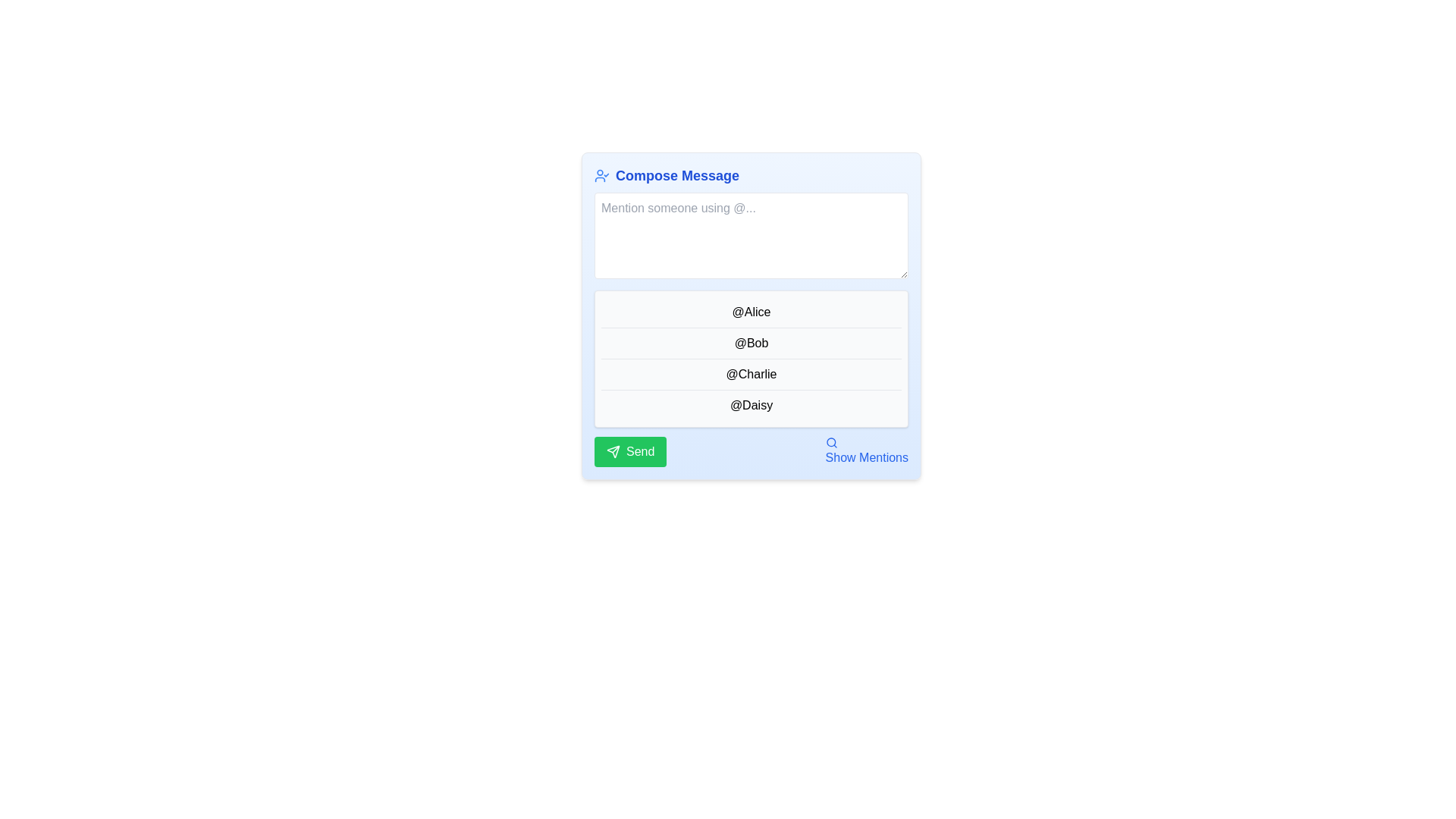 The image size is (1456, 819). What do you see at coordinates (751, 404) in the screenshot?
I see `the last item in the vertical list displaying the text '@Daisy'` at bounding box center [751, 404].